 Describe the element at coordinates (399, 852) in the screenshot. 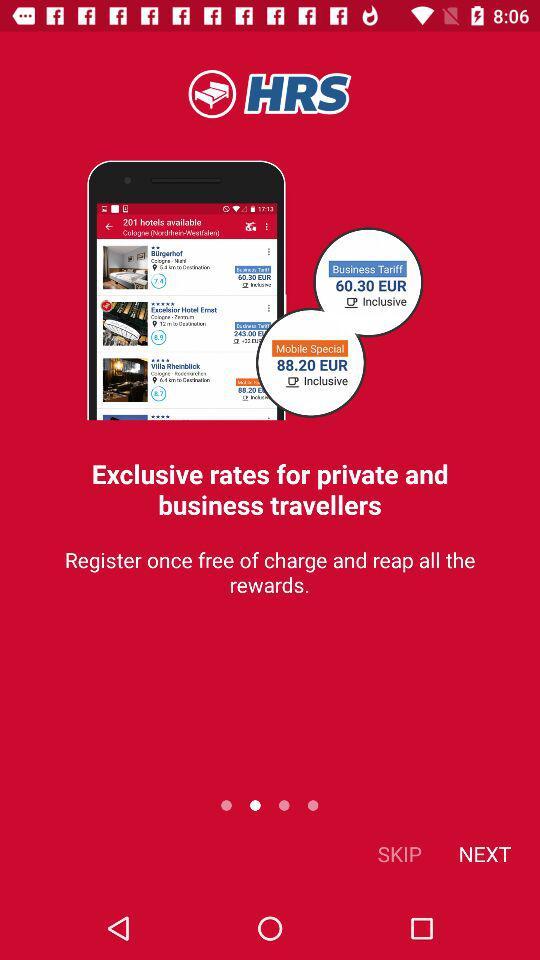

I see `icon next to the next` at that location.